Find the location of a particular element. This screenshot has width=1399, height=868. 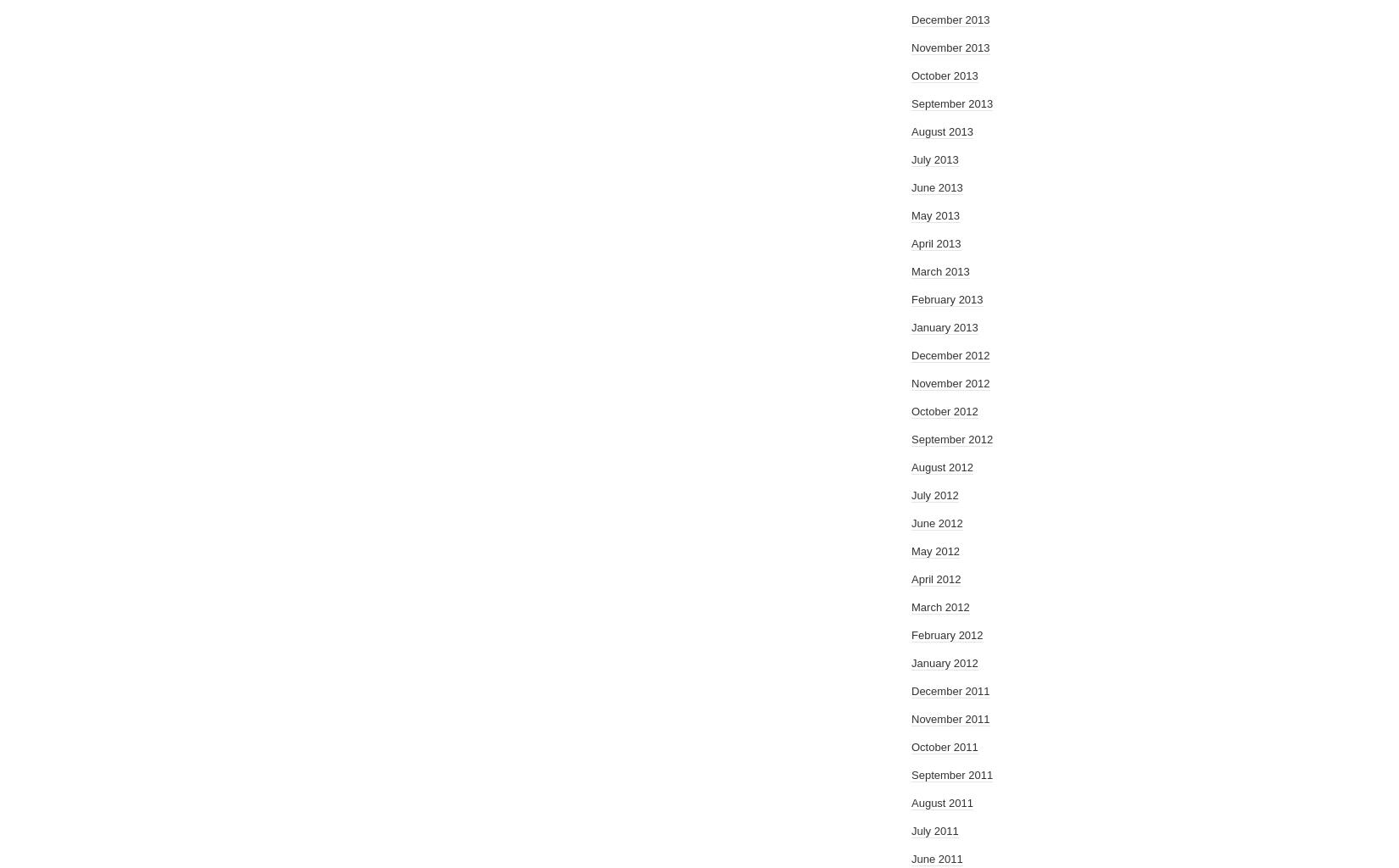

'September 2011' is located at coordinates (951, 774).